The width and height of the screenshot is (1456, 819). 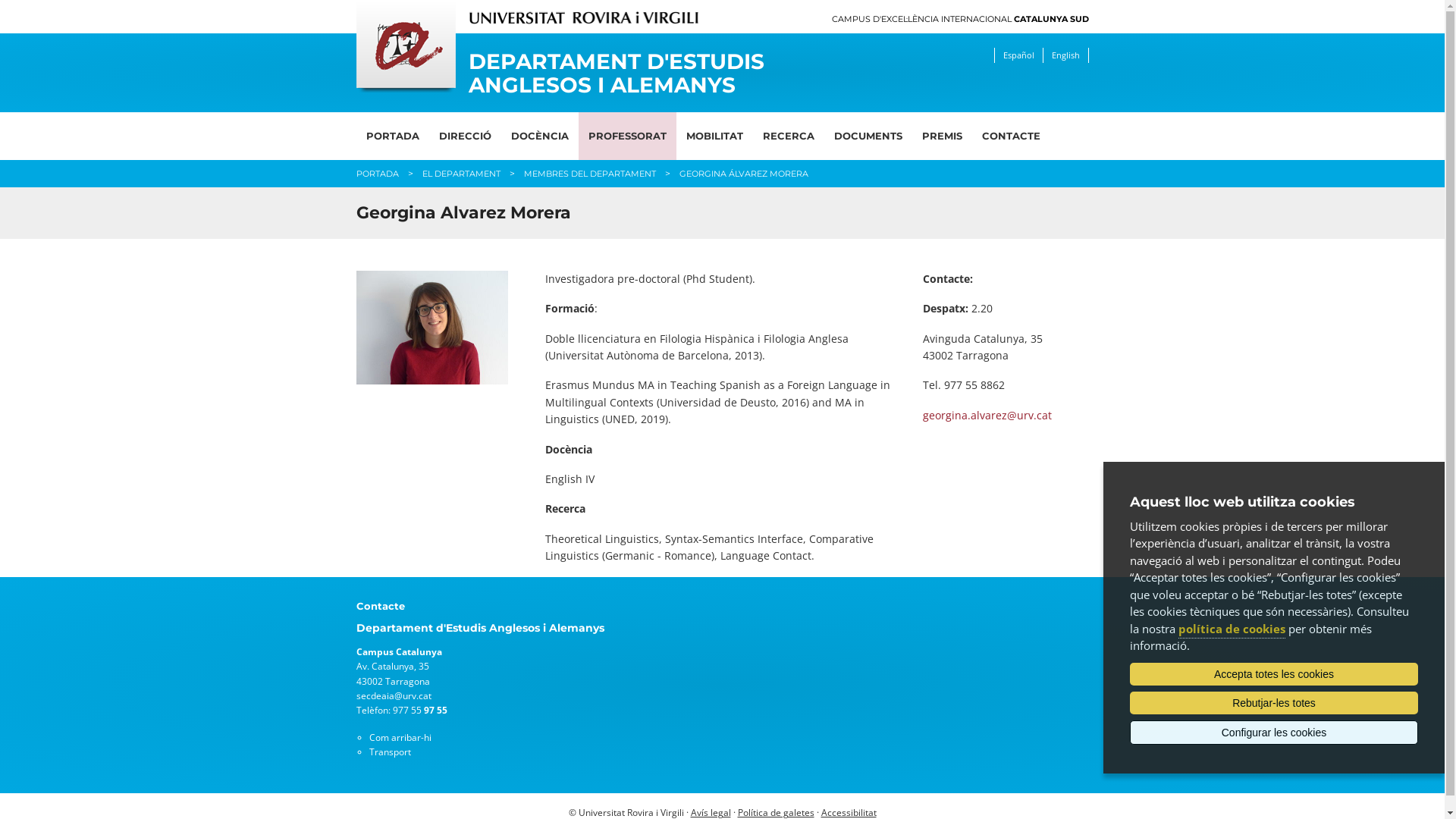 What do you see at coordinates (1129, 702) in the screenshot?
I see `'Rebutjar-les totes'` at bounding box center [1129, 702].